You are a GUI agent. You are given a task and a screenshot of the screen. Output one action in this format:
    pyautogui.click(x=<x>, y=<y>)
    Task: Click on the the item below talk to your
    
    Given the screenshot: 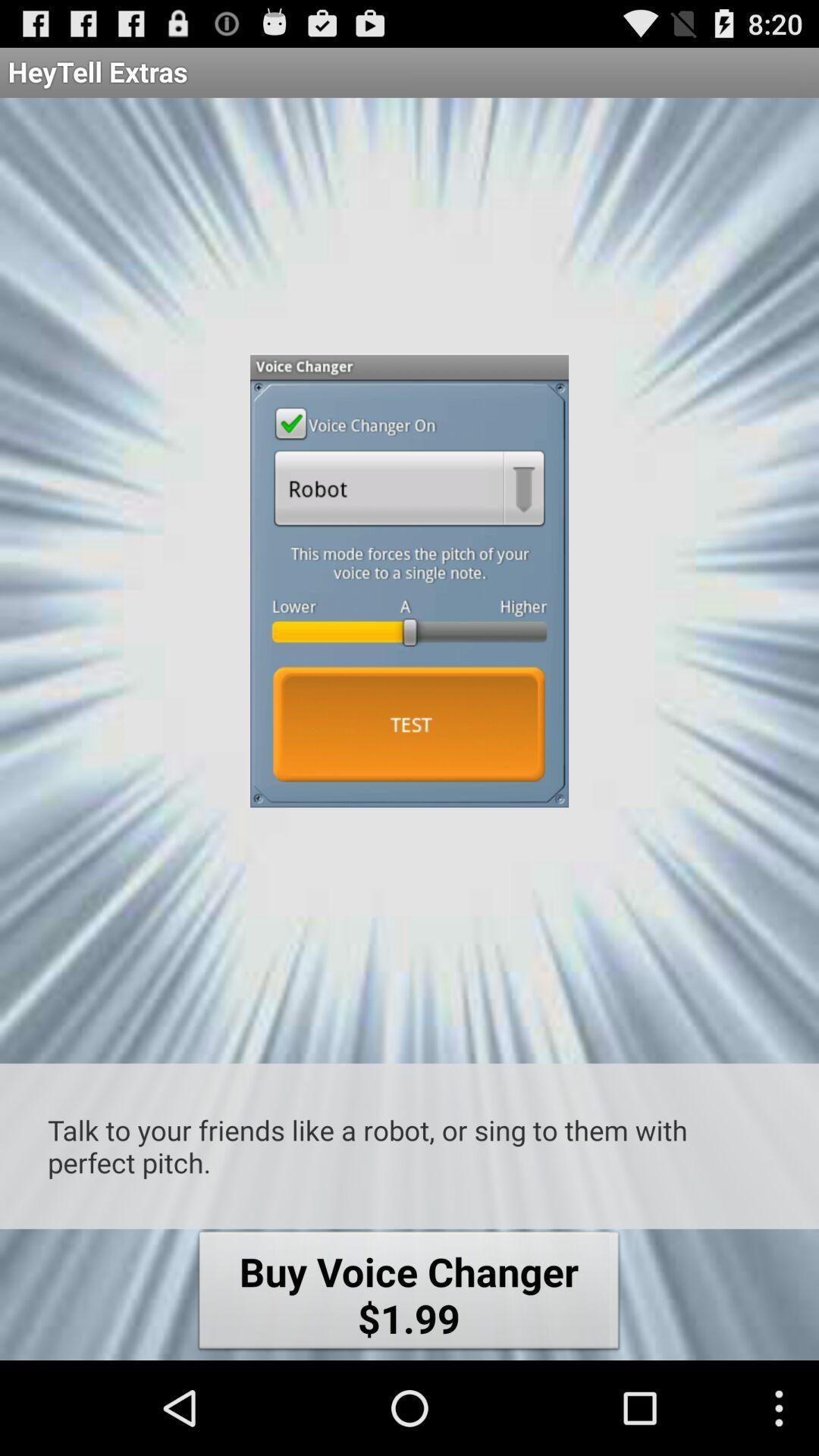 What is the action you would take?
    pyautogui.click(x=408, y=1294)
    